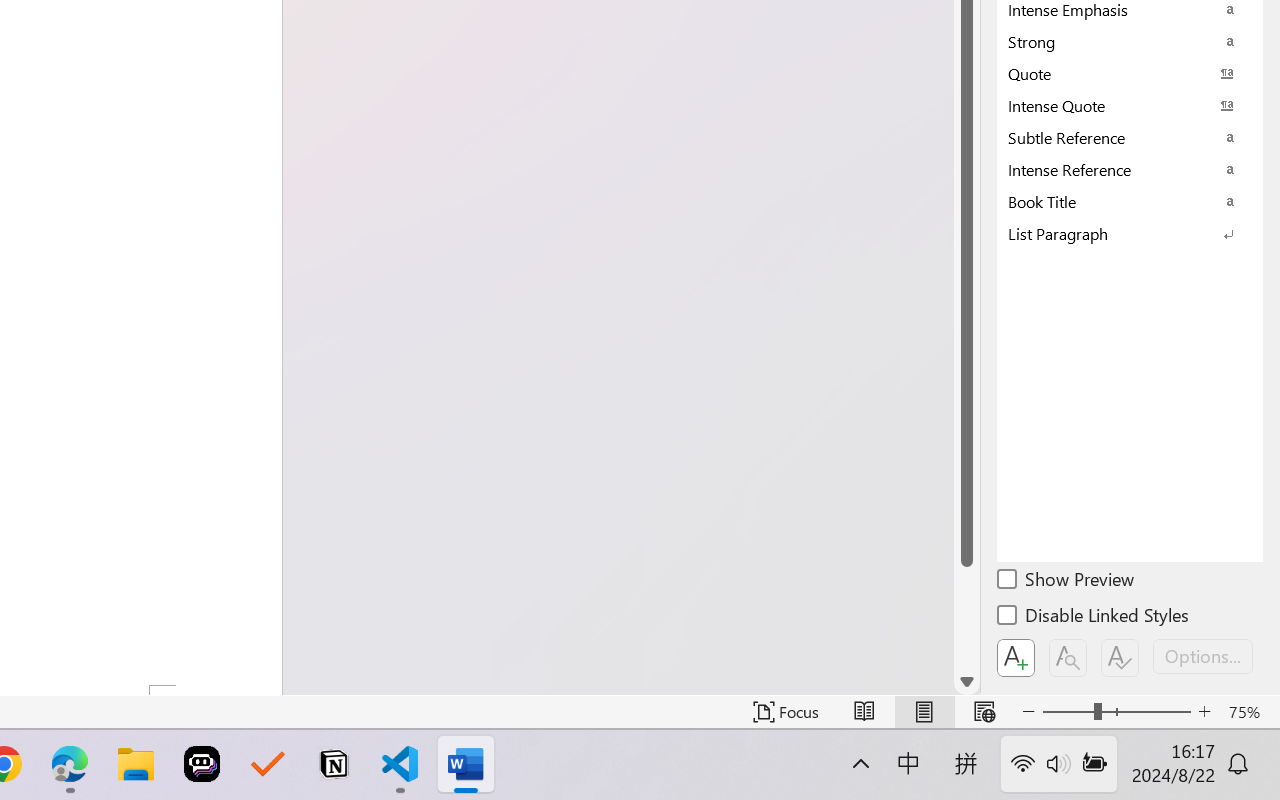  What do you see at coordinates (1130, 201) in the screenshot?
I see `'Book Title'` at bounding box center [1130, 201].